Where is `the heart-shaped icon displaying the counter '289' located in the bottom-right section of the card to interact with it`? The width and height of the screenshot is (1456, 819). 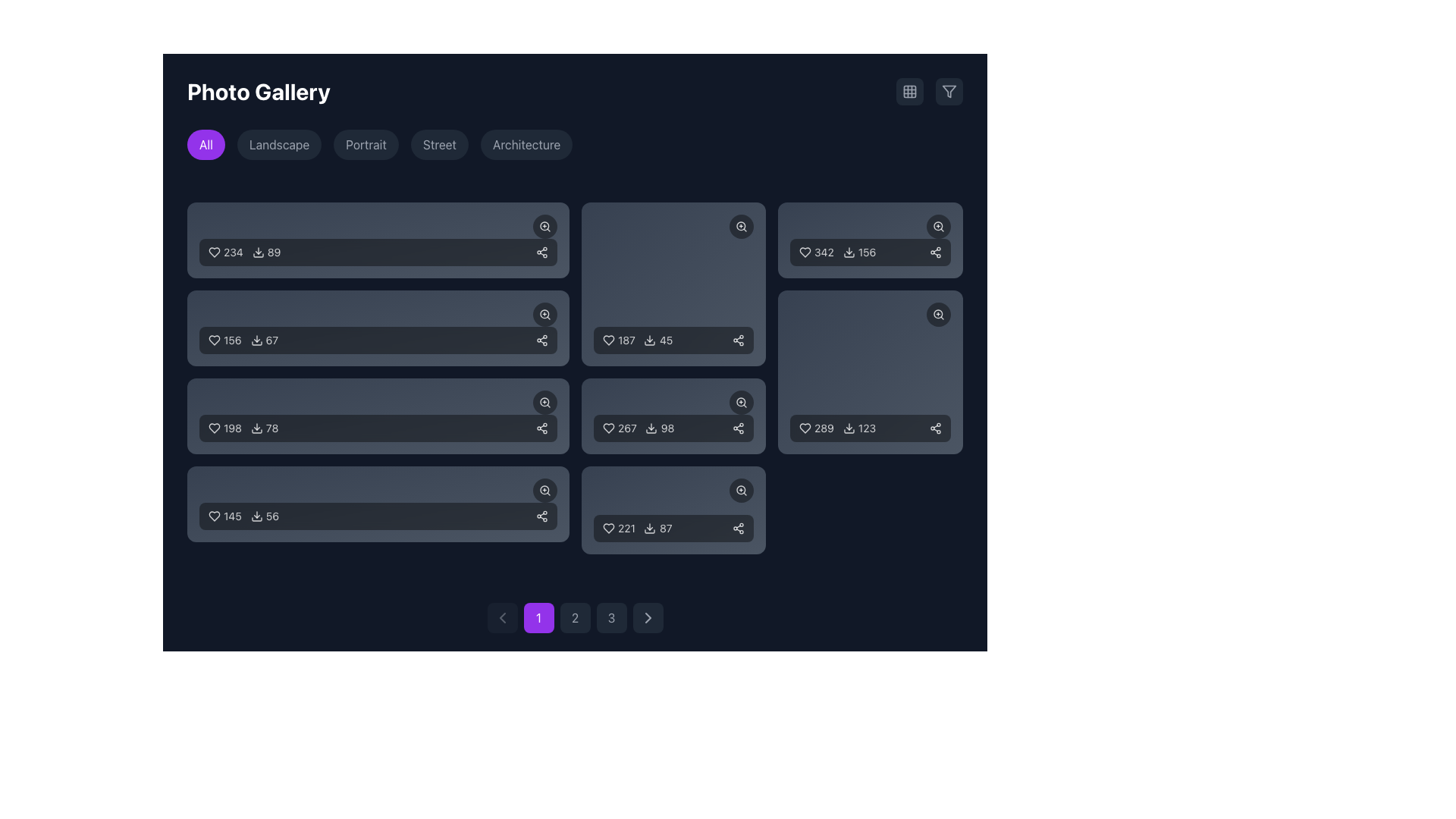
the heart-shaped icon displaying the counter '289' located in the bottom-right section of the card to interact with it is located at coordinates (816, 428).